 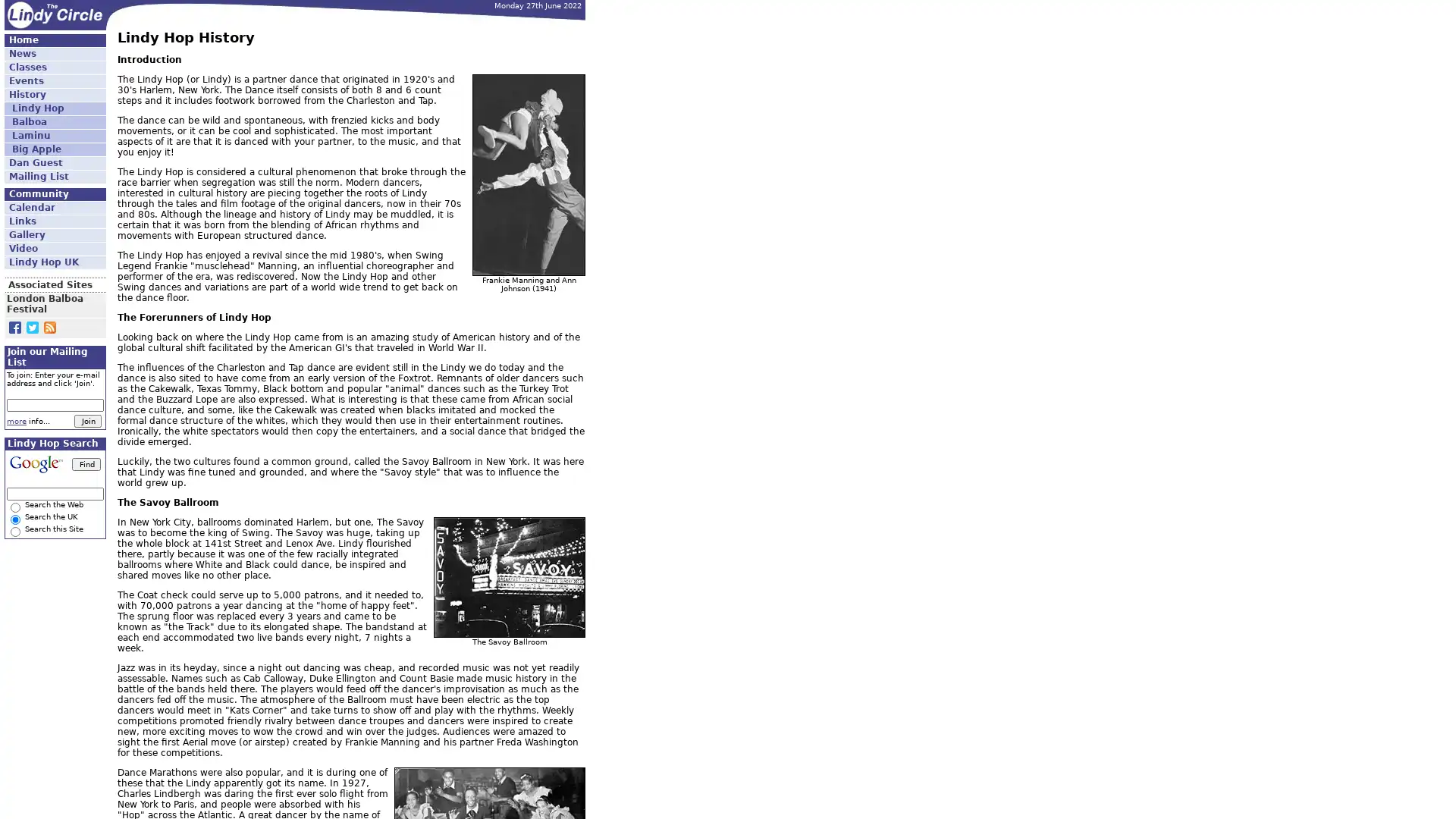 What do you see at coordinates (86, 421) in the screenshot?
I see `Join` at bounding box center [86, 421].